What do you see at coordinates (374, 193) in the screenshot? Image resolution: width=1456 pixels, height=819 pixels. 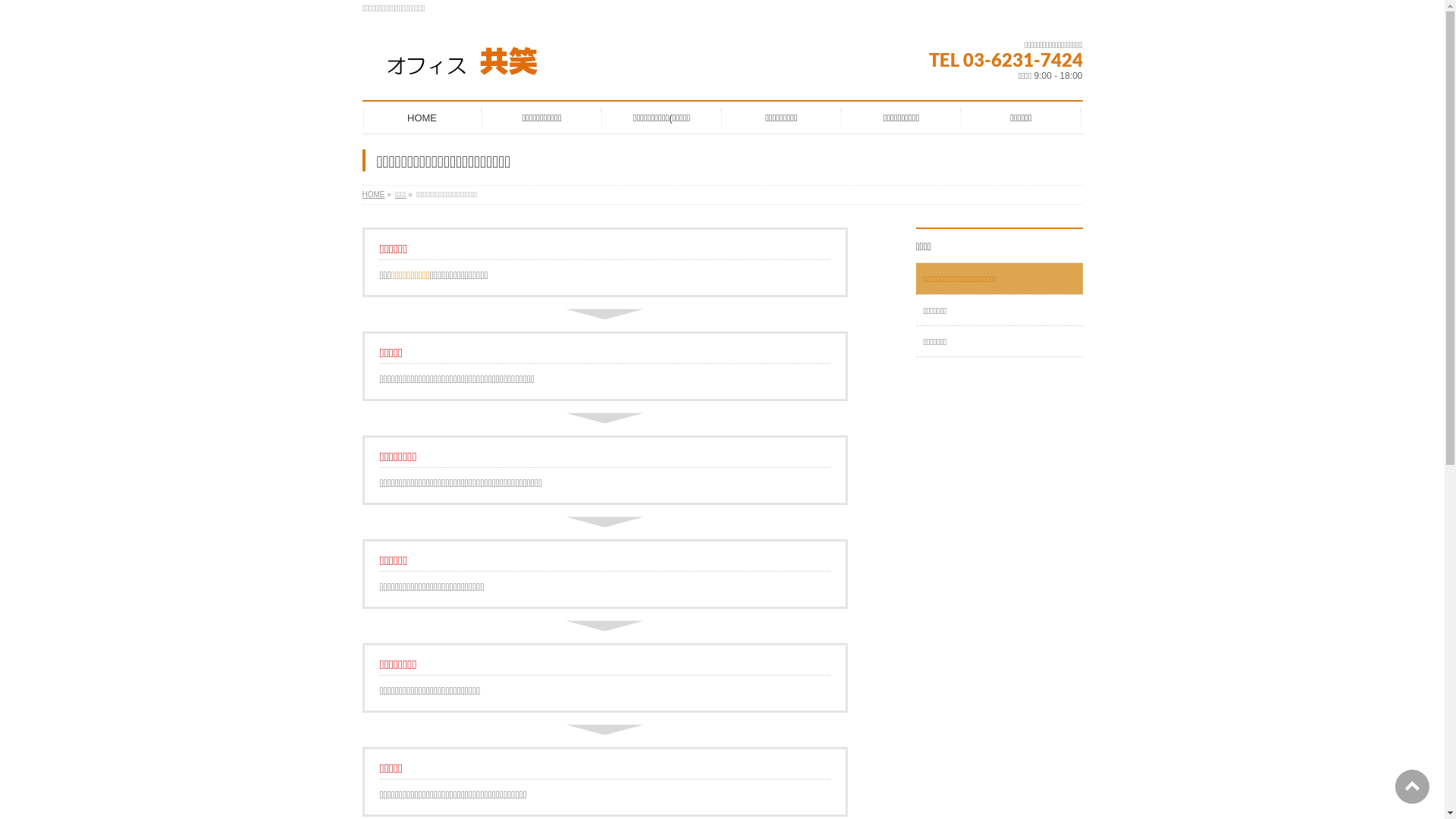 I see `'HOME'` at bounding box center [374, 193].